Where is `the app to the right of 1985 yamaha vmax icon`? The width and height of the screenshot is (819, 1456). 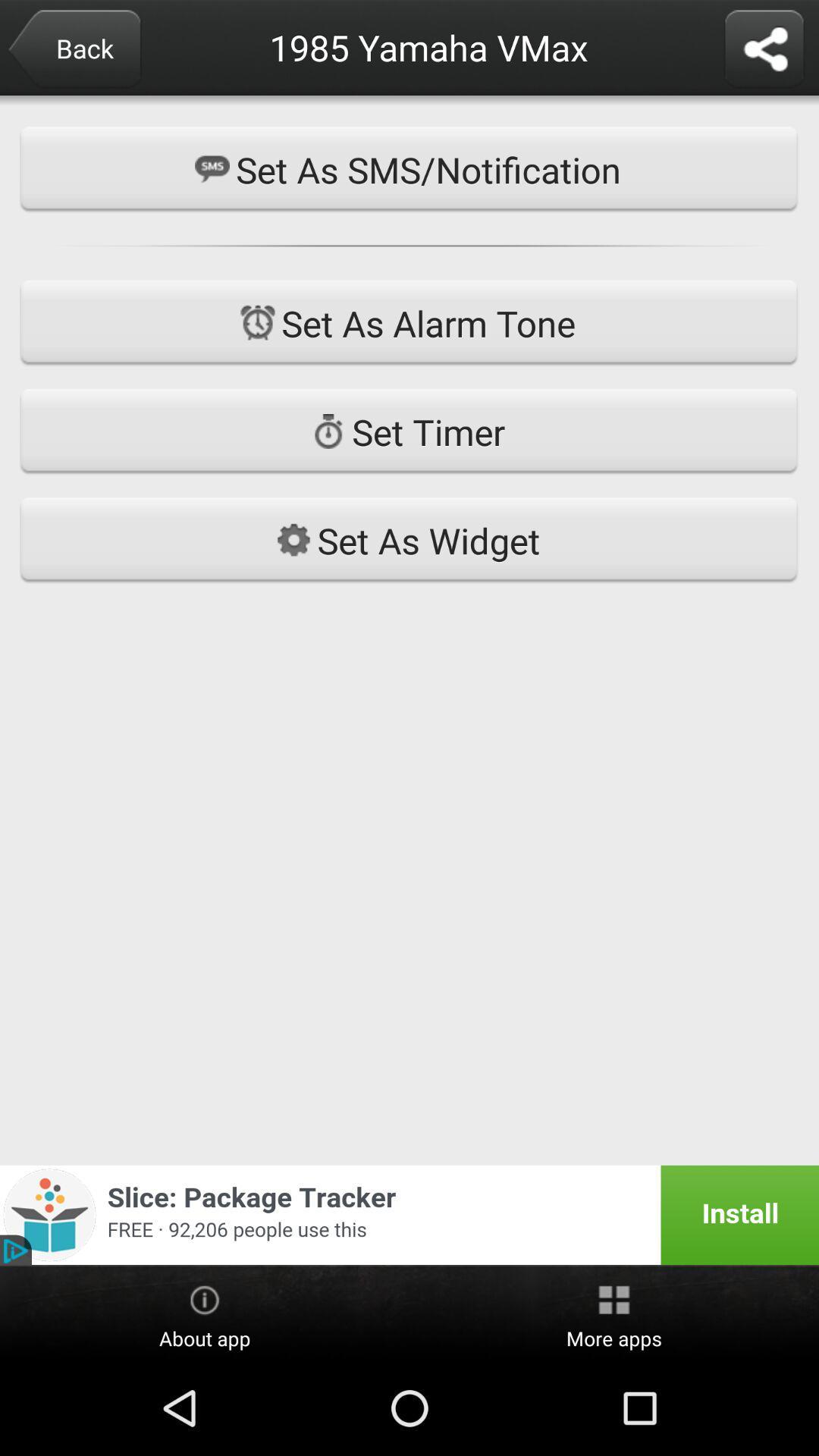
the app to the right of 1985 yamaha vmax icon is located at coordinates (764, 50).